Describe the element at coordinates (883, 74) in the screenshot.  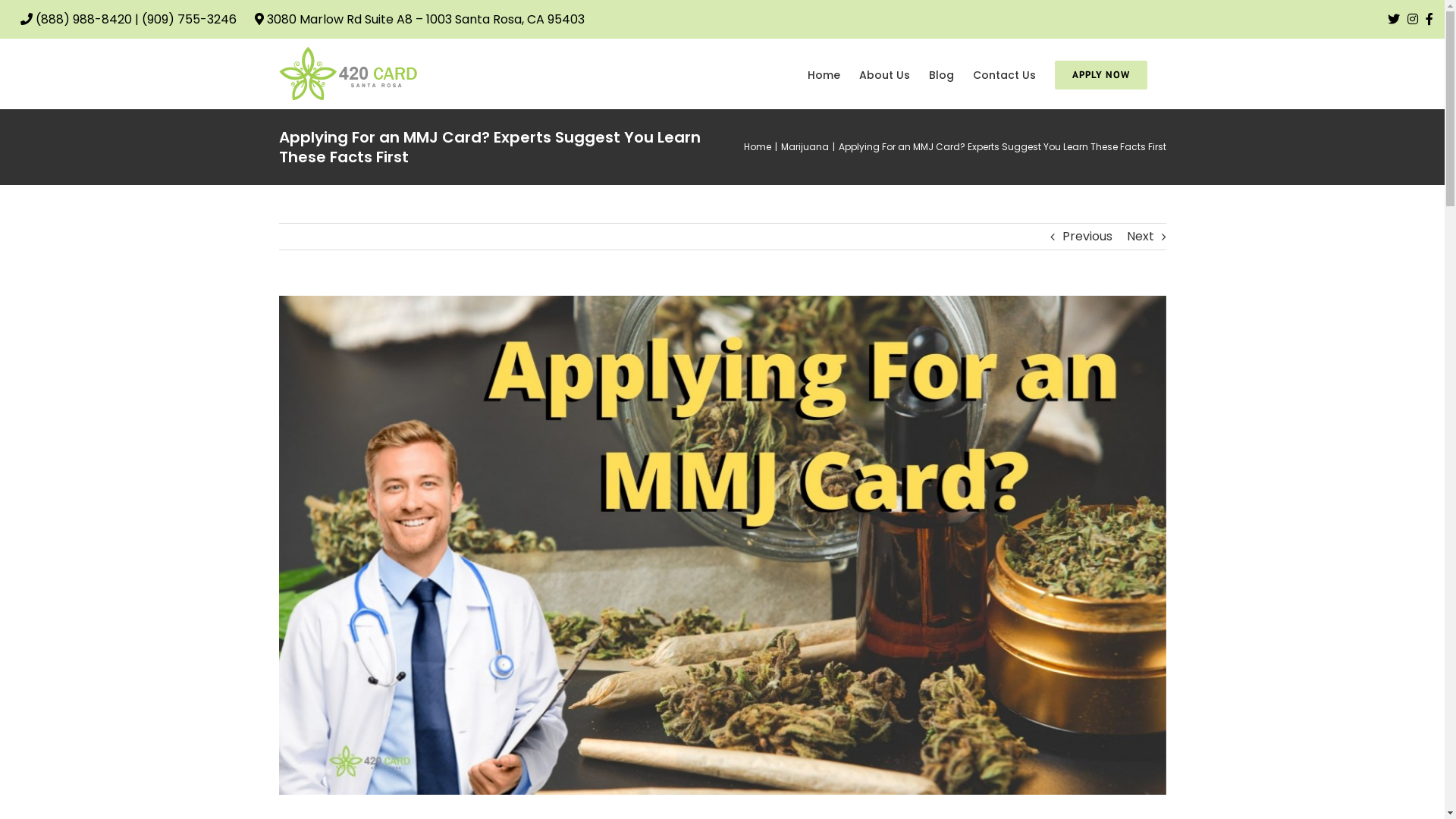
I see `'About Us'` at that location.